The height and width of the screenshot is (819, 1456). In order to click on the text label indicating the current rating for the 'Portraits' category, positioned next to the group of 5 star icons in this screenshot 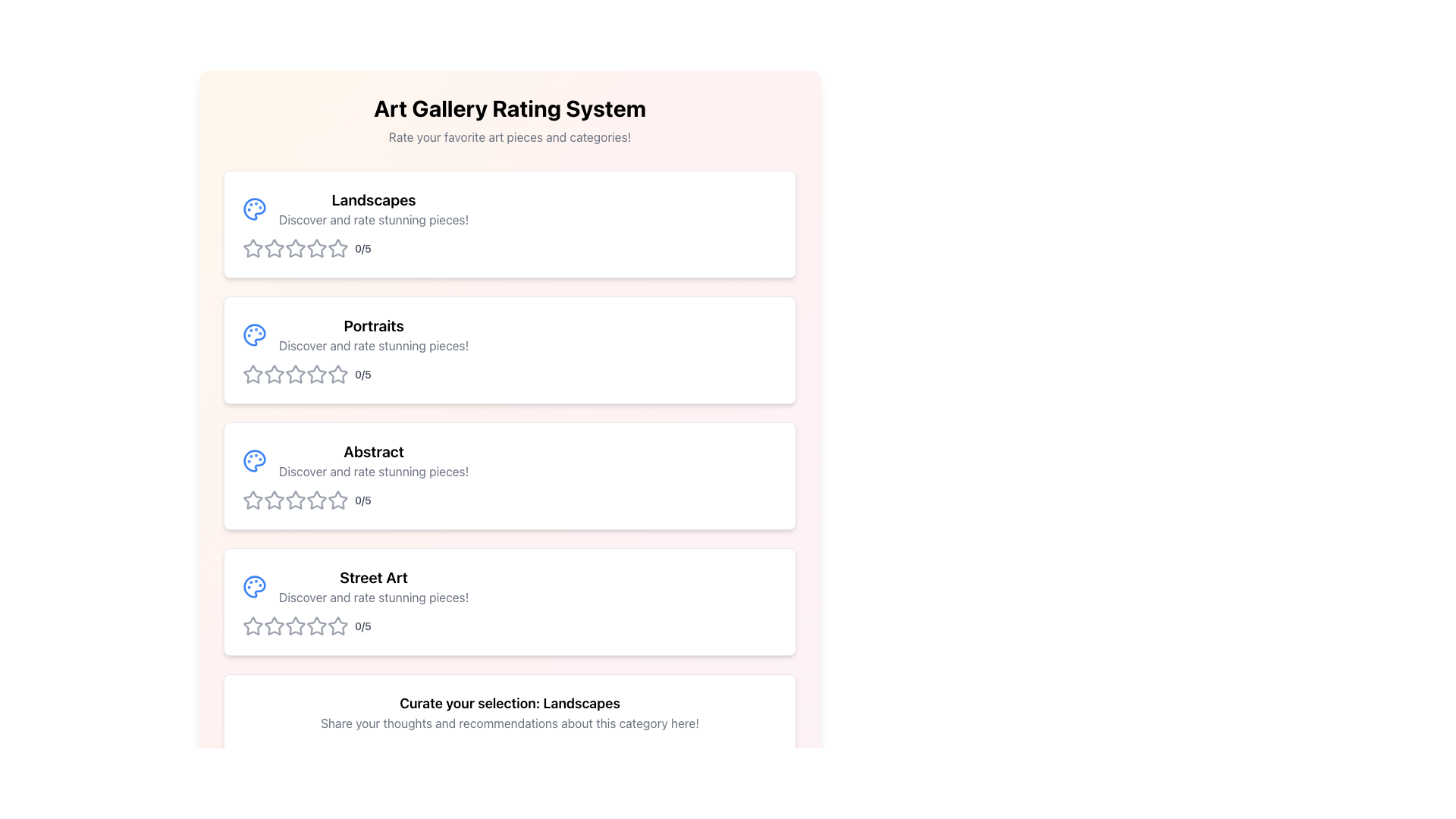, I will do `click(362, 374)`.